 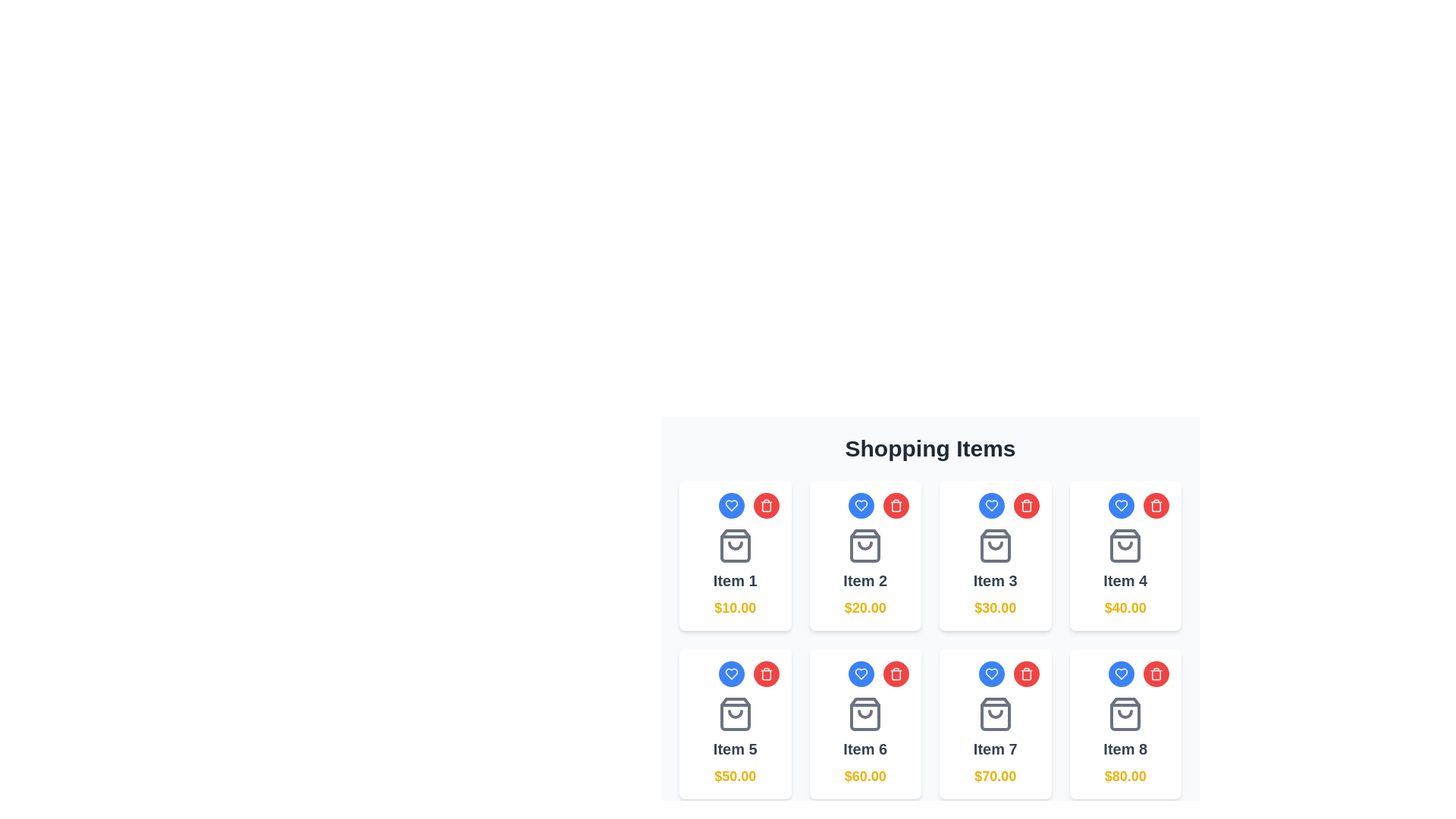 What do you see at coordinates (865, 580) in the screenshot?
I see `the text label displaying 'Item 2', which is styled in bold gray font and positioned centrally in the second shopping item card above the price text '$20.00'` at bounding box center [865, 580].